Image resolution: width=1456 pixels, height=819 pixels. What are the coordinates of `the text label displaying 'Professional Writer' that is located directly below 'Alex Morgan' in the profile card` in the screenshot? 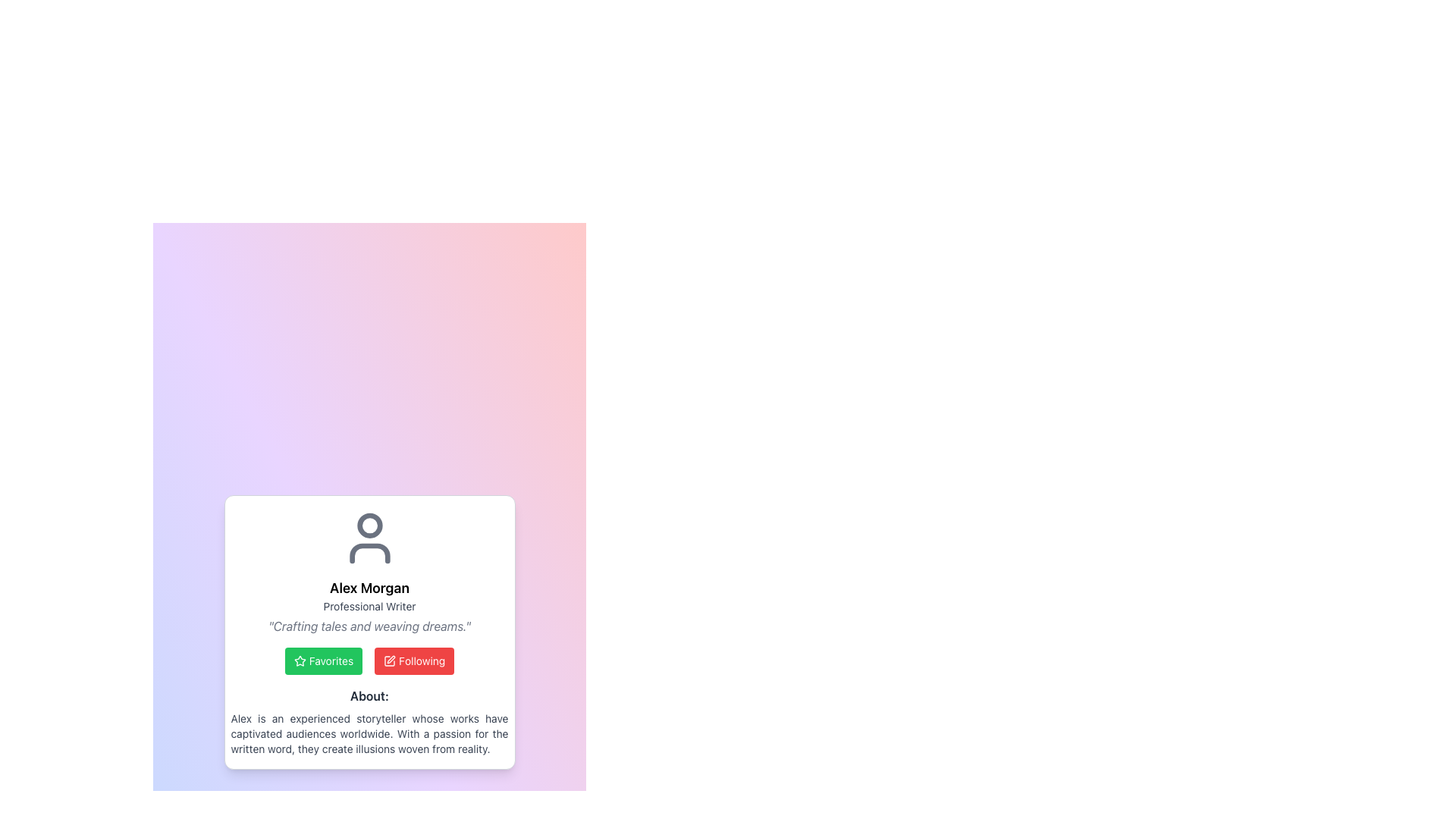 It's located at (369, 605).